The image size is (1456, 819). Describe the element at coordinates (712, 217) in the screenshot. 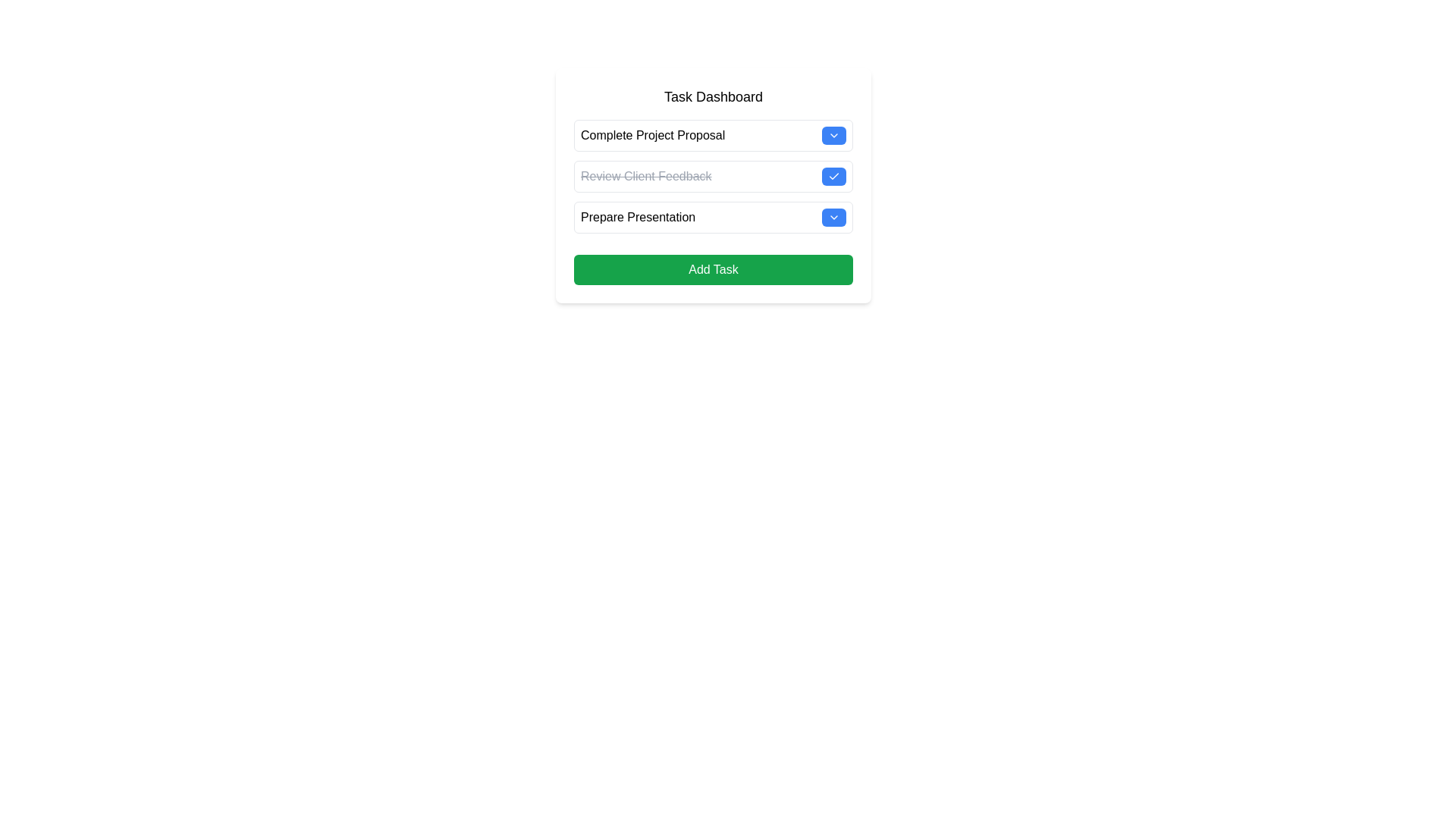

I see `the task item labeled 'Prepare Presentation' to modify the task` at that location.